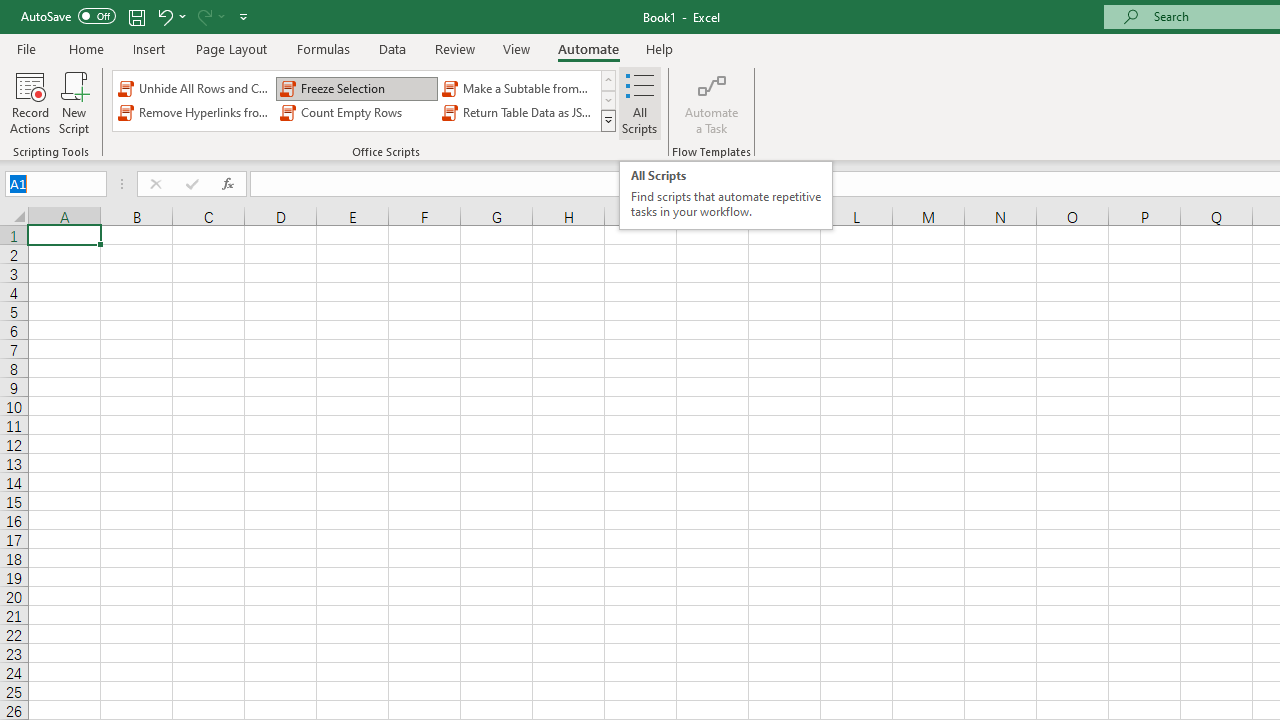 The image size is (1280, 720). What do you see at coordinates (231, 48) in the screenshot?
I see `'Page Layout'` at bounding box center [231, 48].